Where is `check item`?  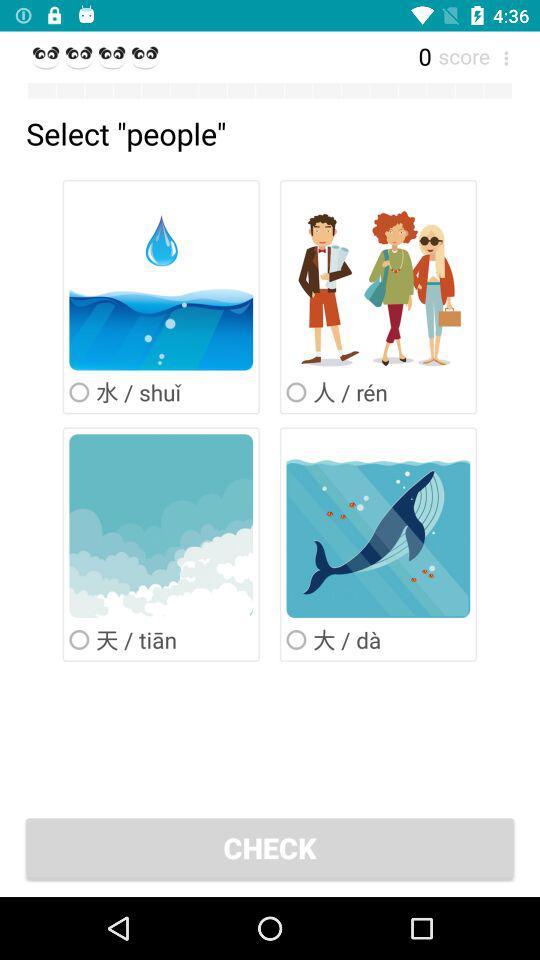
check item is located at coordinates (270, 846).